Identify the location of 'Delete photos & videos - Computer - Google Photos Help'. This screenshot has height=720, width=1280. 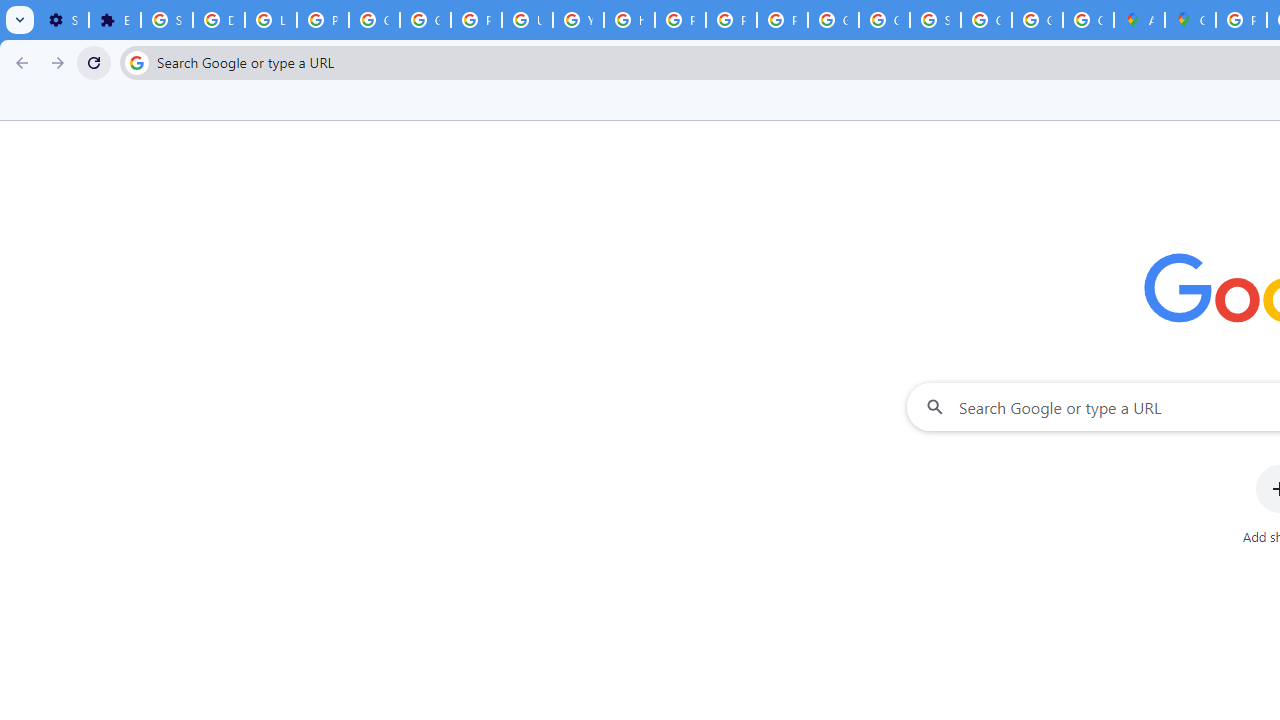
(218, 20).